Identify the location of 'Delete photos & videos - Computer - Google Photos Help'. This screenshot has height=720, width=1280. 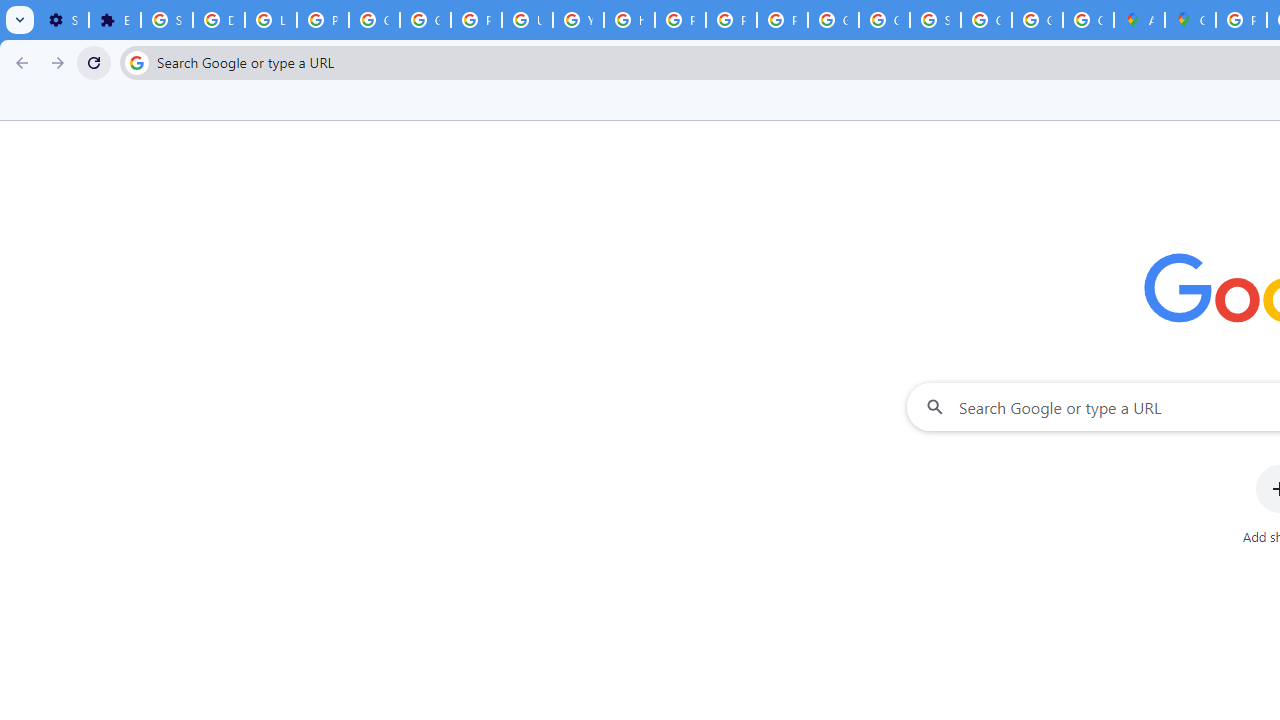
(218, 20).